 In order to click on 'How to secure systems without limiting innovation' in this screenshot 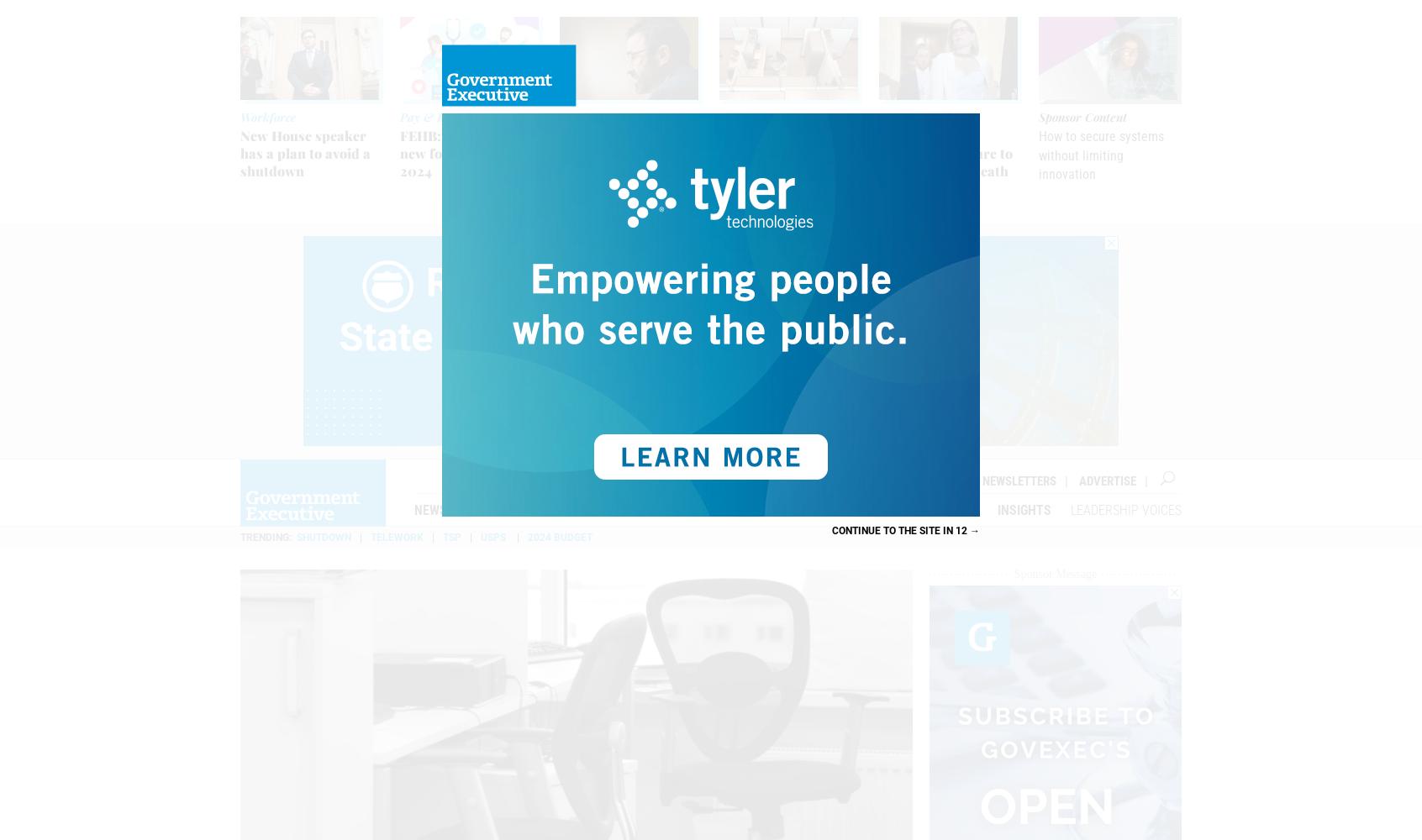, I will do `click(1039, 155)`.